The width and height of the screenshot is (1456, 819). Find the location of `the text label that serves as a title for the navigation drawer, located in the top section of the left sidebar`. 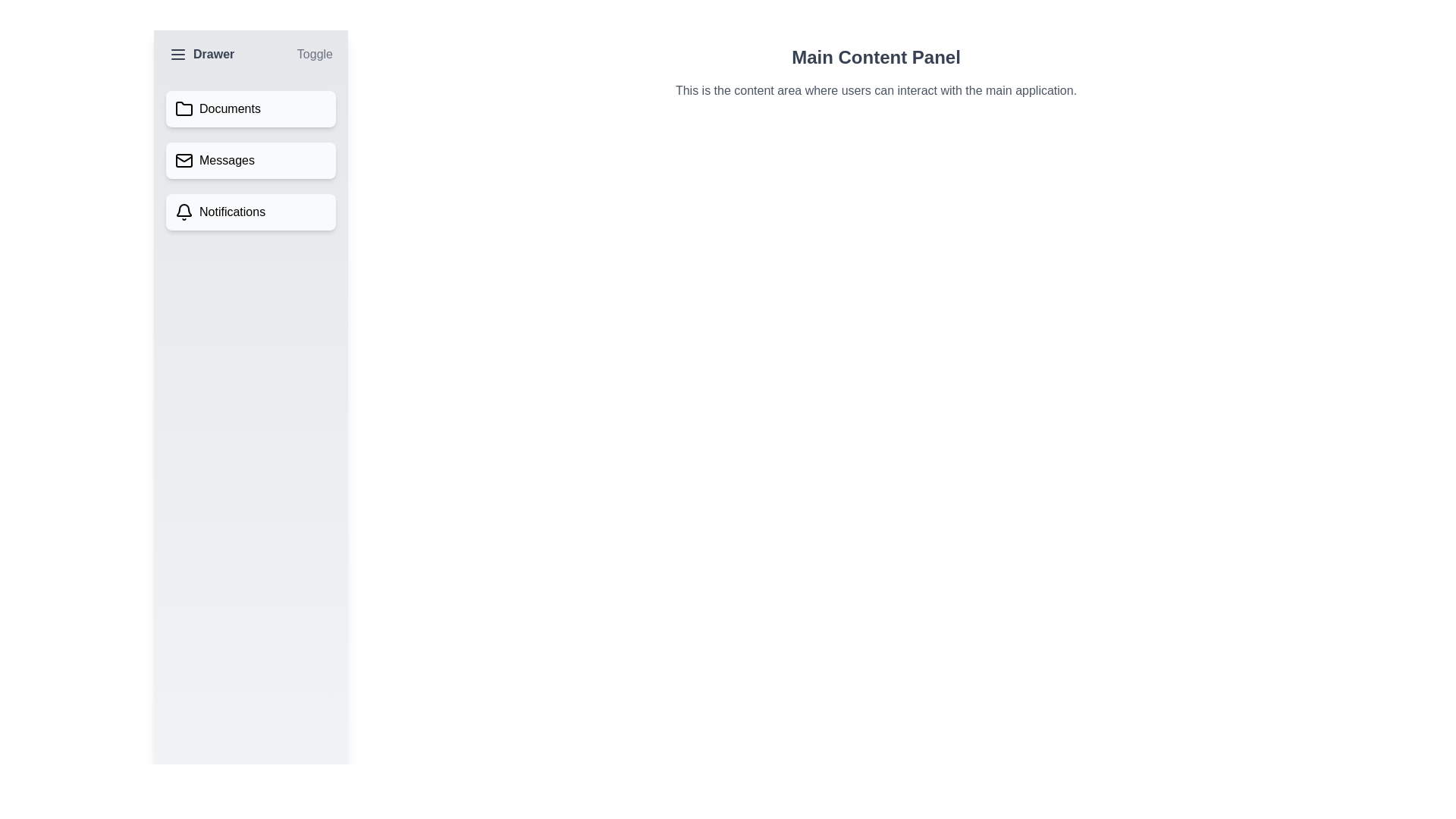

the text label that serves as a title for the navigation drawer, located in the top section of the left sidebar is located at coordinates (213, 54).